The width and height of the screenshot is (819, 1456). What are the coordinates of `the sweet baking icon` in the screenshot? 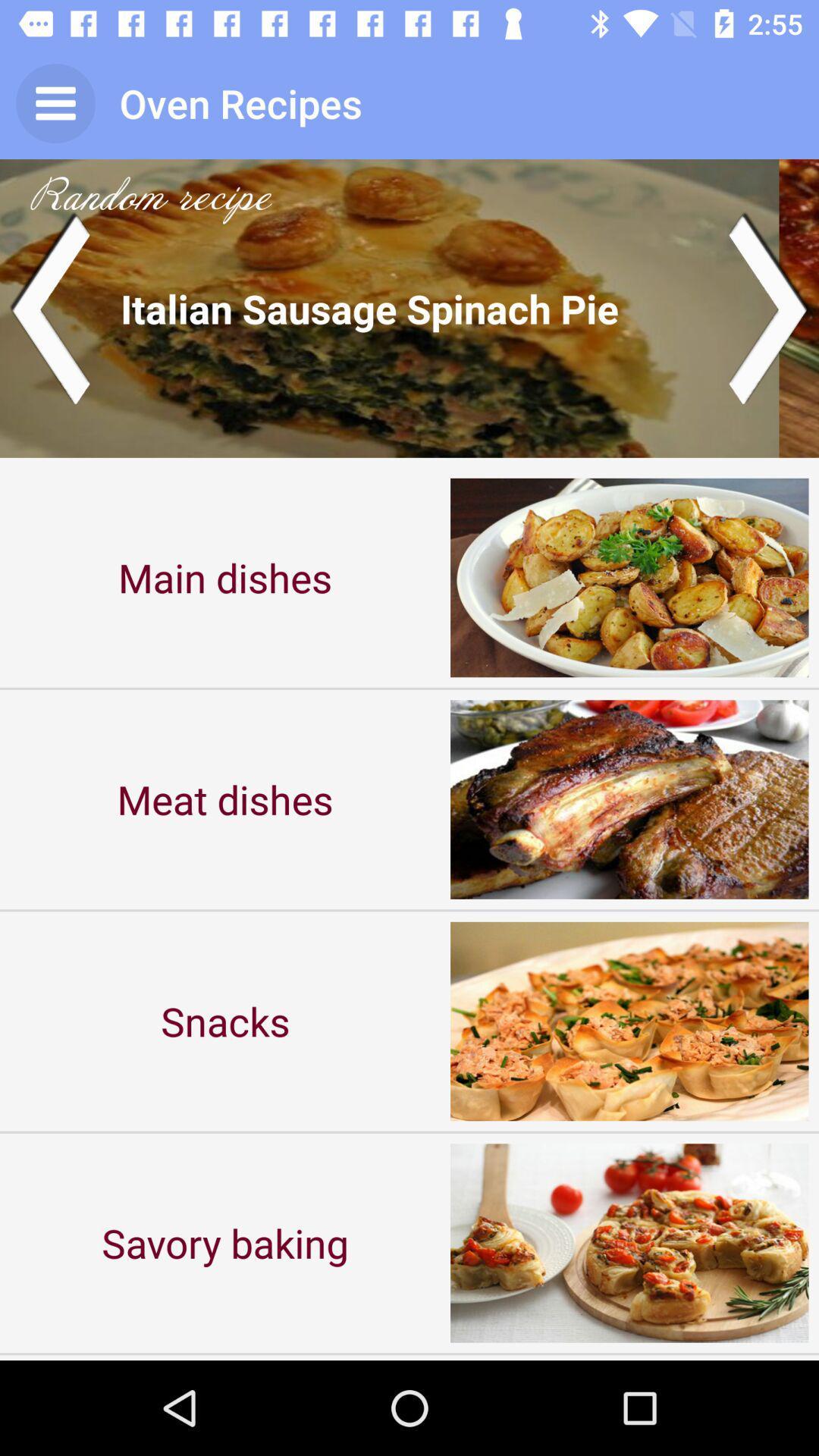 It's located at (225, 1357).